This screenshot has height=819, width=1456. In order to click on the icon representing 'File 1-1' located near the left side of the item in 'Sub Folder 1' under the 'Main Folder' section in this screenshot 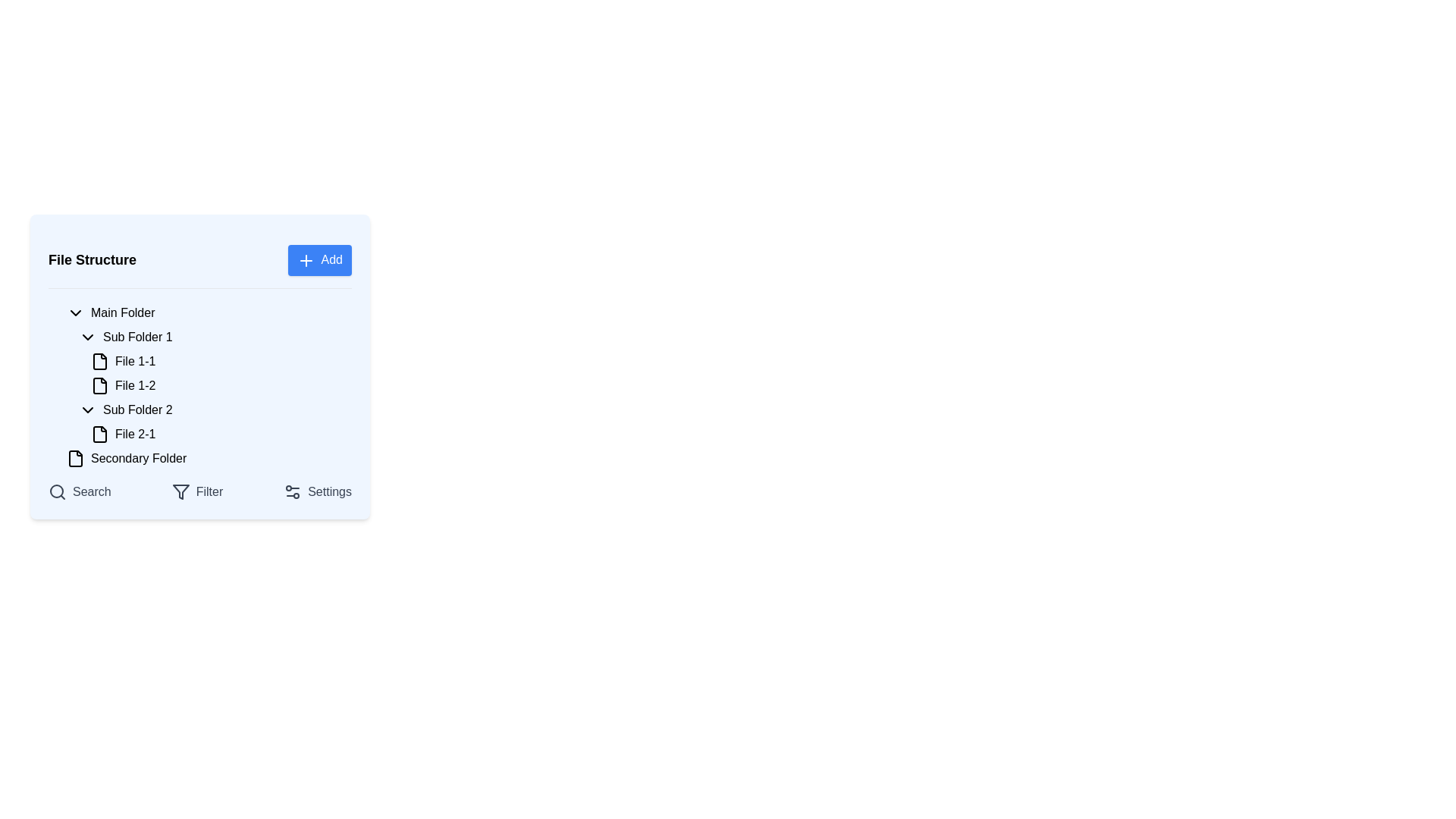, I will do `click(99, 360)`.